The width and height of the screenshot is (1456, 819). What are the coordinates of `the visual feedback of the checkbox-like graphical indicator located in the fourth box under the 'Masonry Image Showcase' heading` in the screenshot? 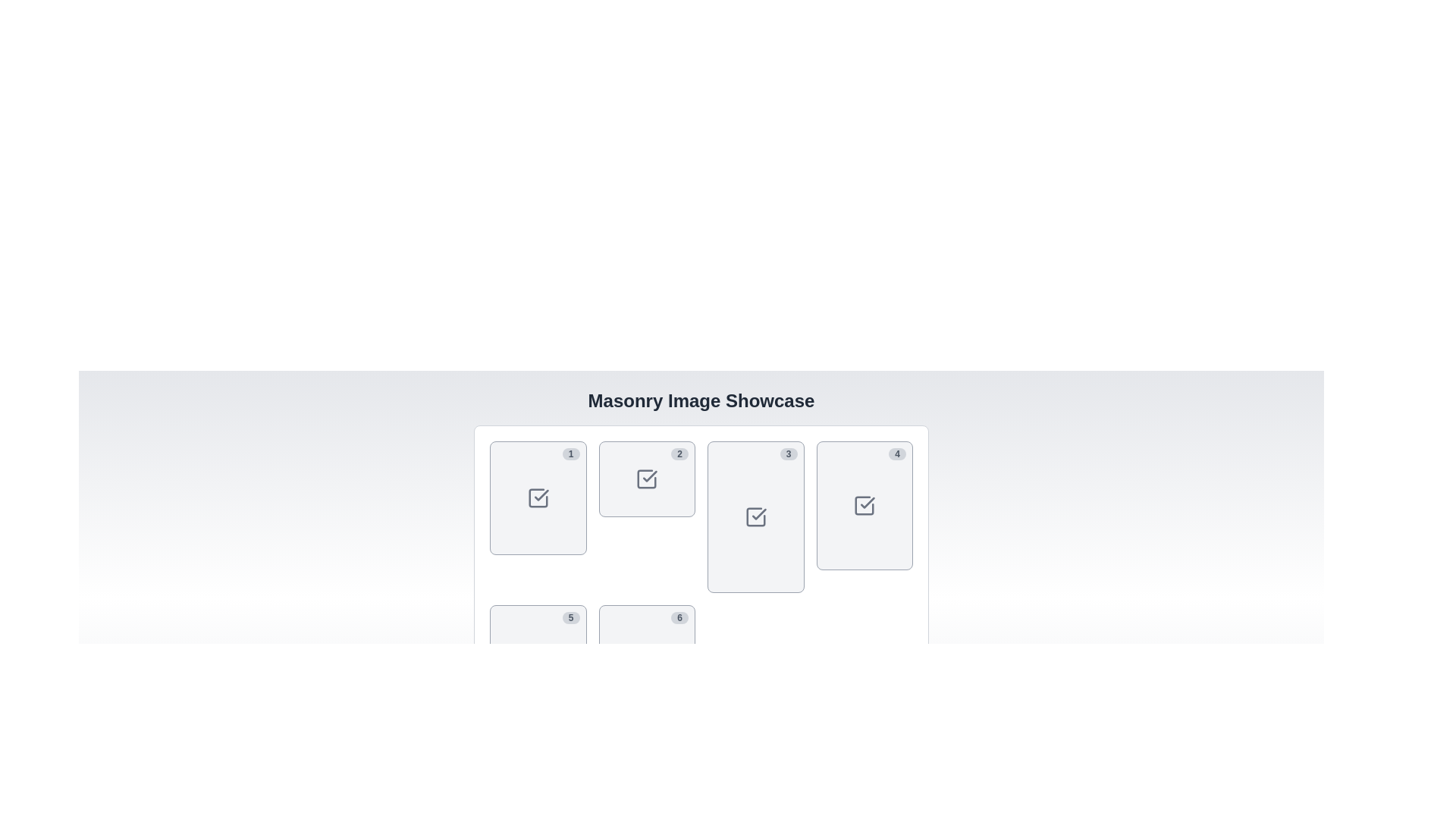 It's located at (864, 506).